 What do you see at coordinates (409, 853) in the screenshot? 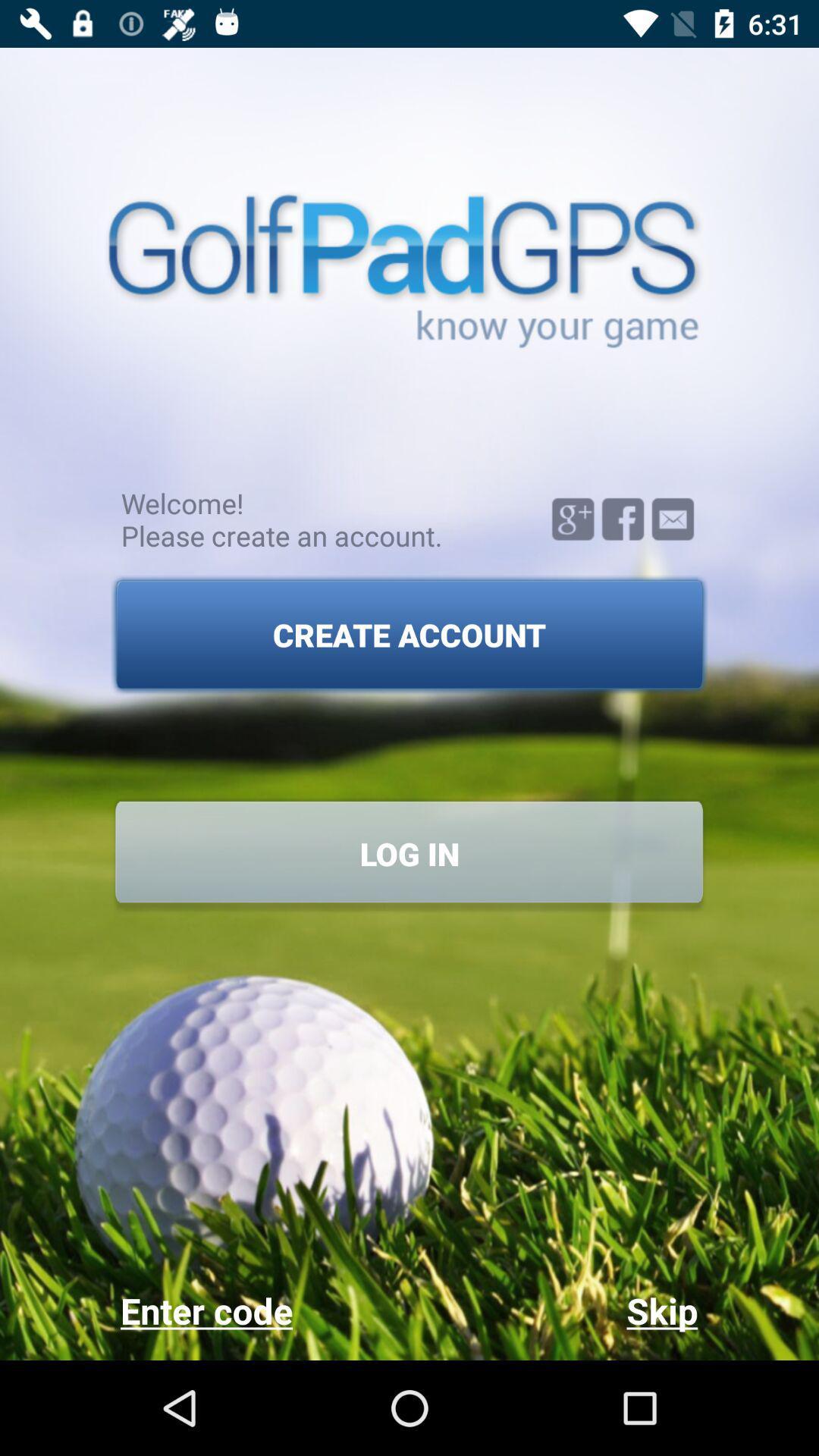
I see `item below create account` at bounding box center [409, 853].